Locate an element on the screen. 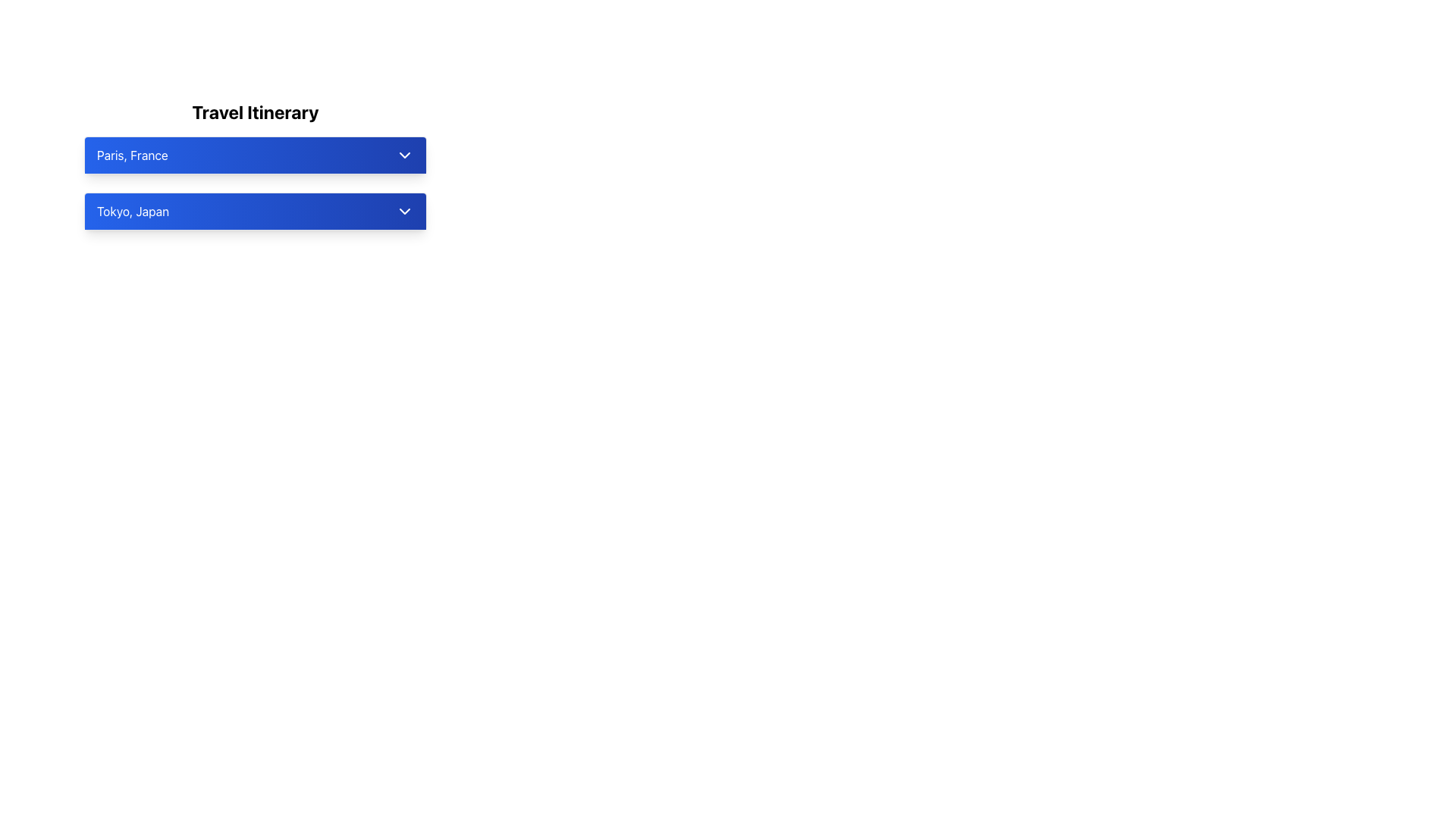  the Header text element, which serves as the title for the travel destinations listed below it is located at coordinates (255, 111).